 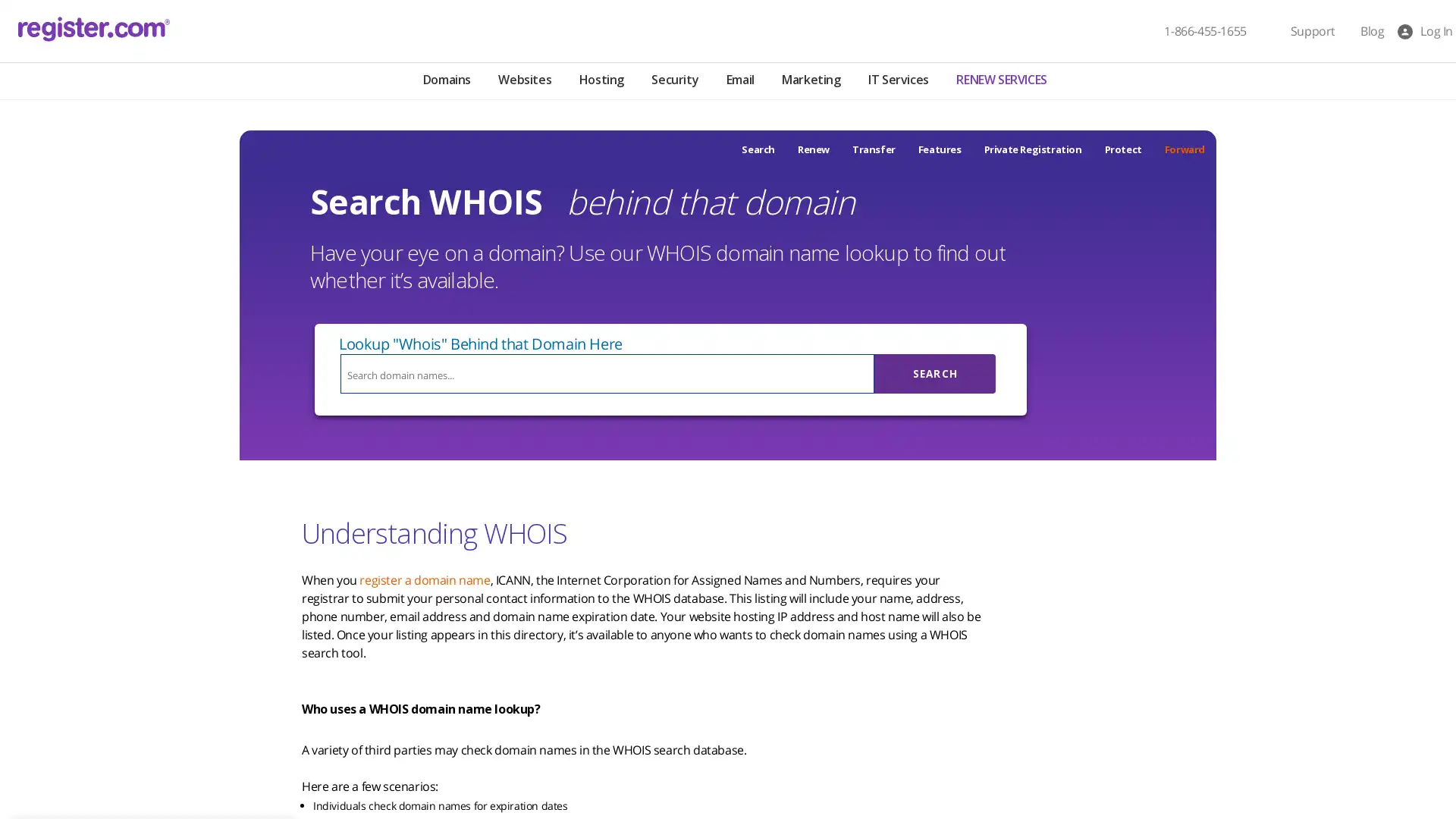 What do you see at coordinates (934, 374) in the screenshot?
I see `Search` at bounding box center [934, 374].